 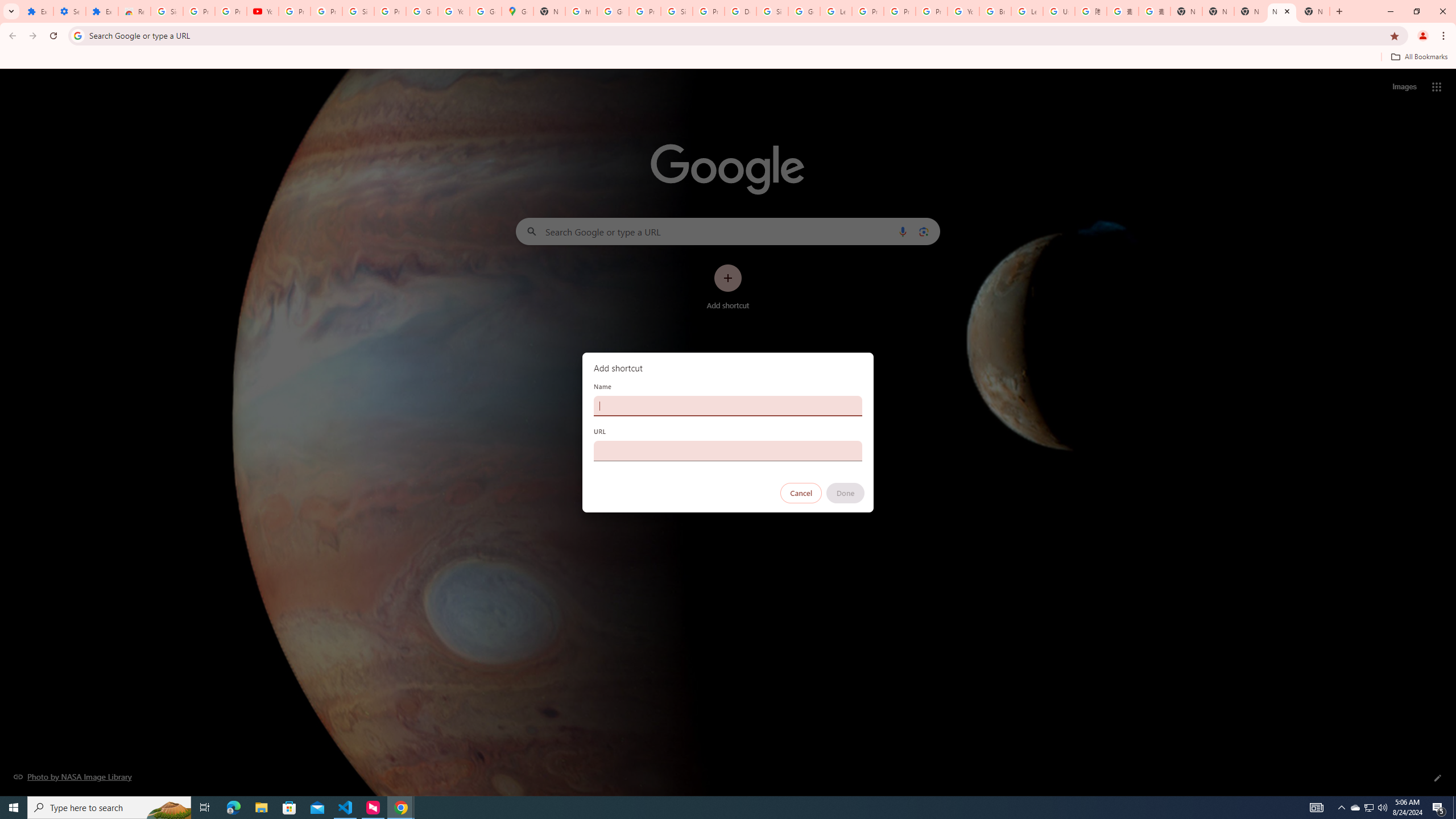 I want to click on 'Cancel', so click(x=801, y=493).